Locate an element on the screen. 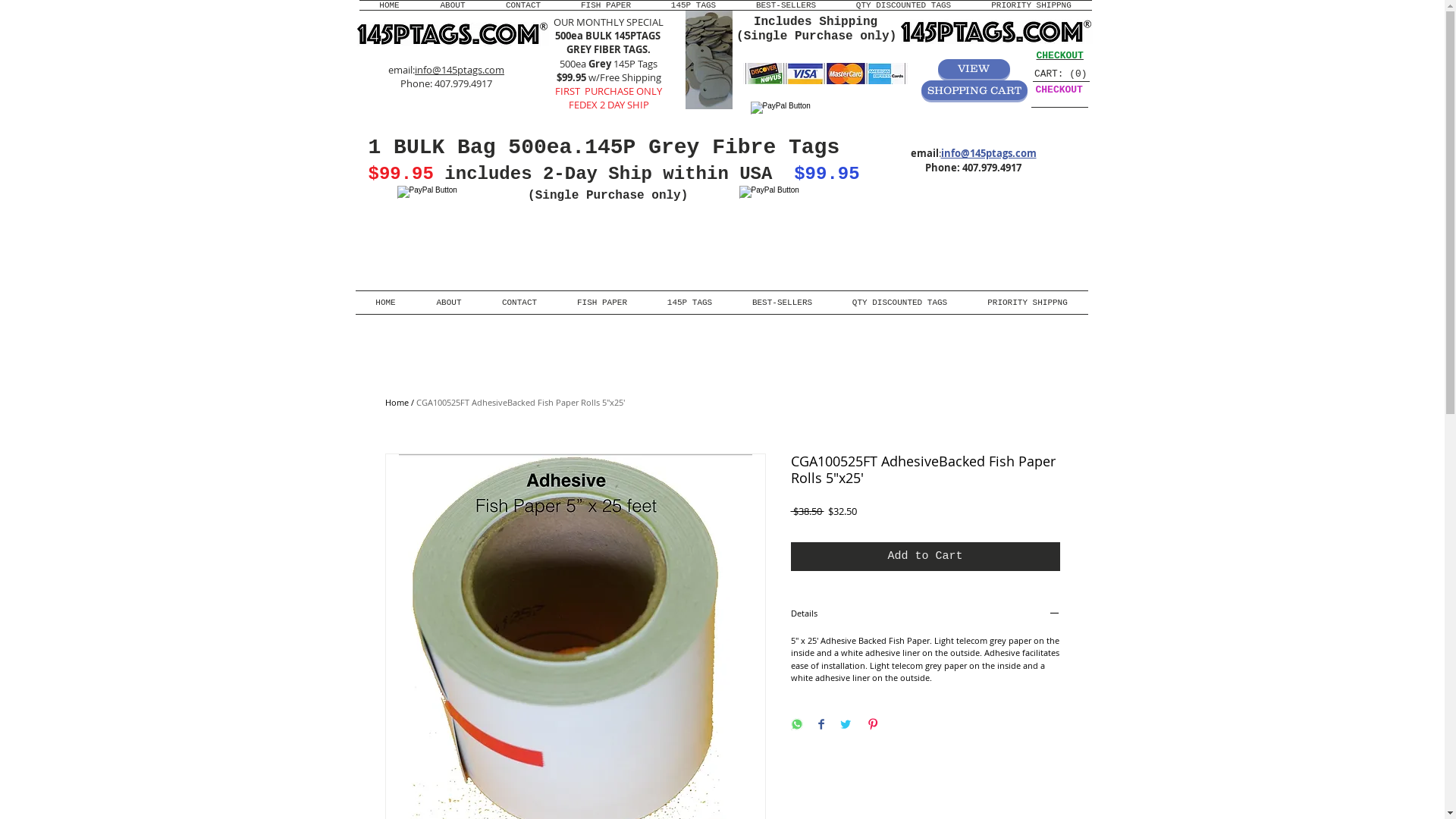  '145P TAGS' is located at coordinates (689, 302).